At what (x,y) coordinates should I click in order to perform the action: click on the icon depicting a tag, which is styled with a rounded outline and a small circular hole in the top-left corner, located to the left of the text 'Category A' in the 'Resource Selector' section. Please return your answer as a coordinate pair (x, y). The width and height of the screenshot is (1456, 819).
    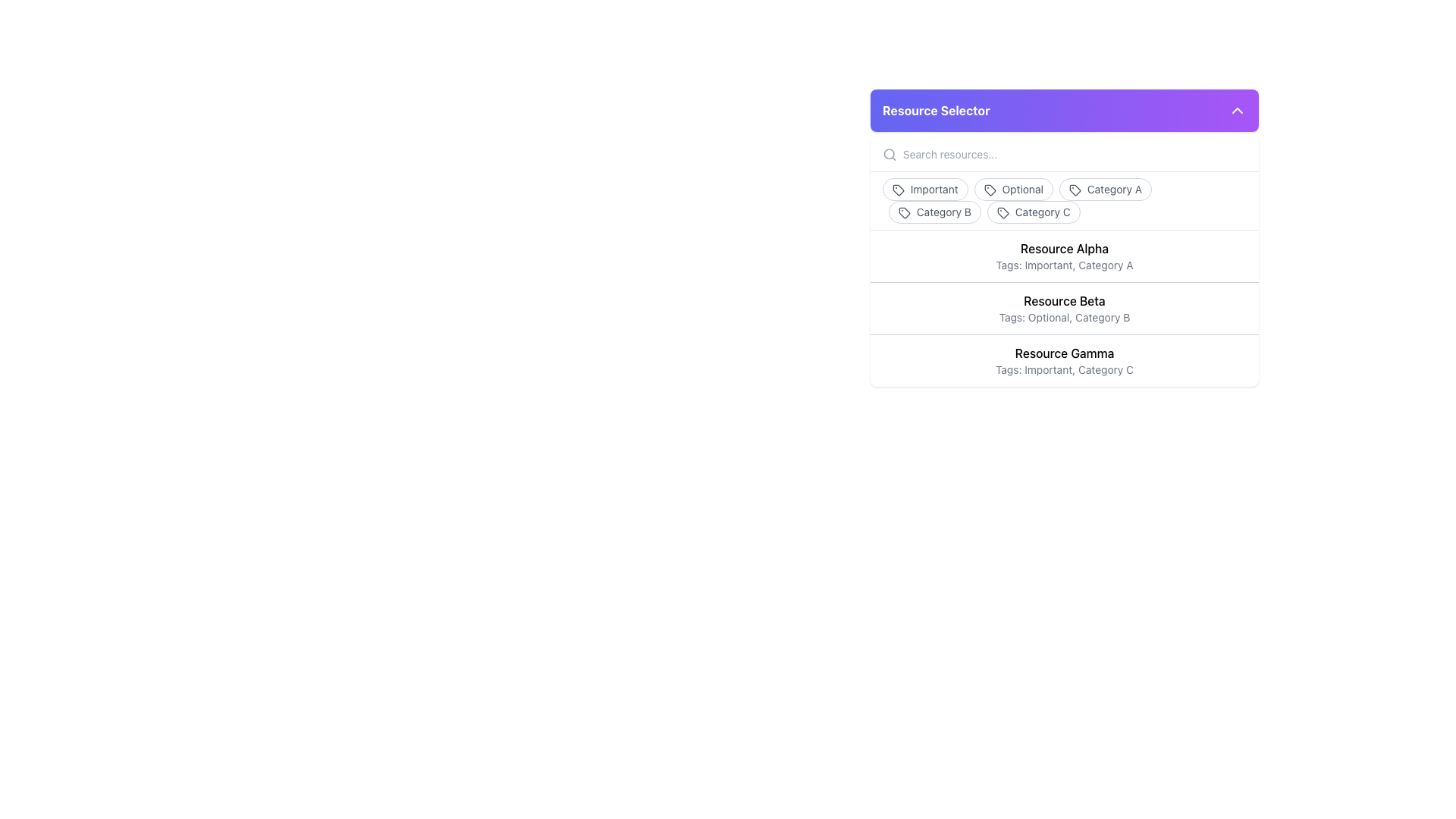
    Looking at the image, I should click on (1074, 190).